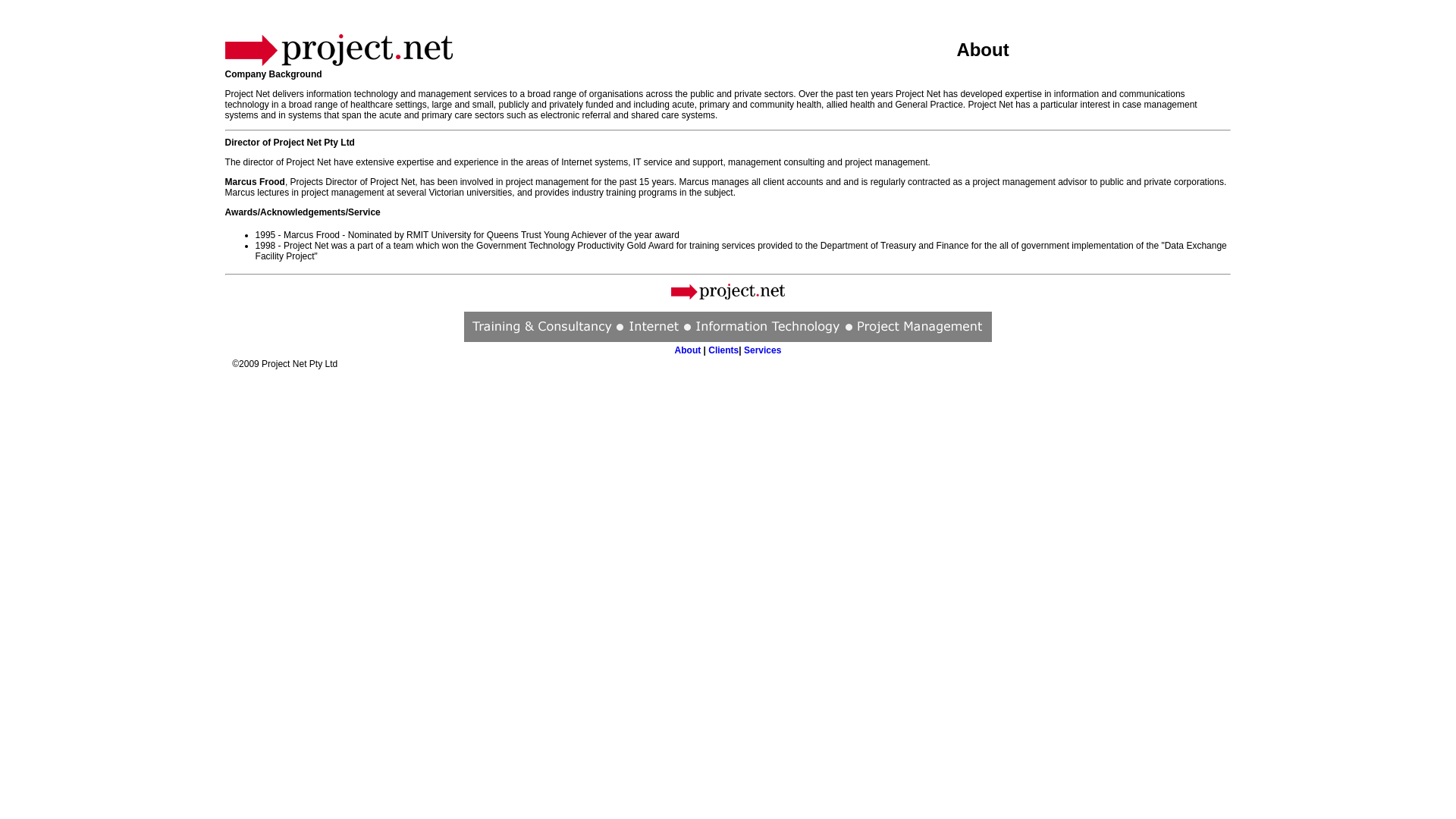  What do you see at coordinates (743, 350) in the screenshot?
I see `'Services'` at bounding box center [743, 350].